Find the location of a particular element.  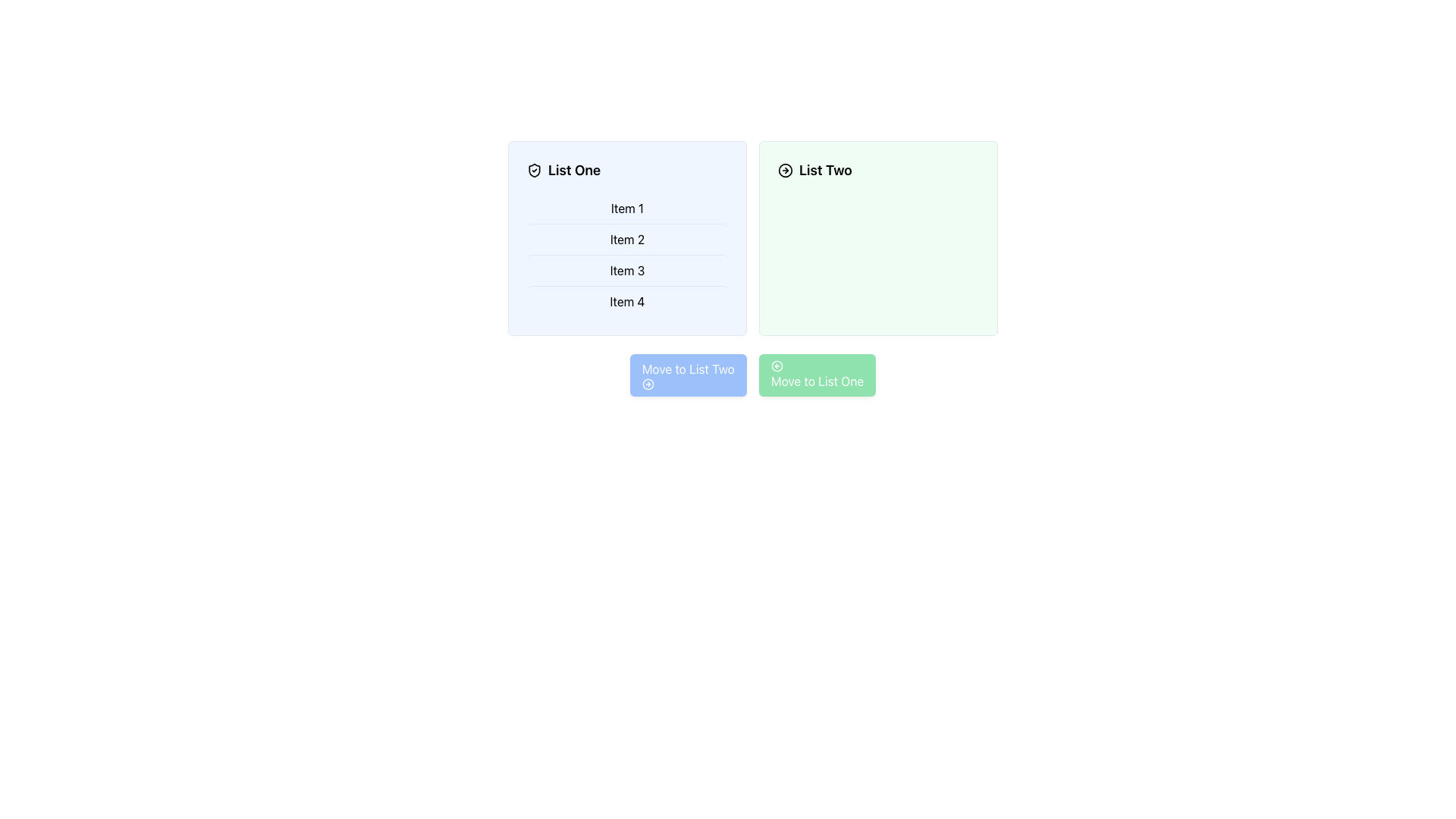

the circular arrow icon located centrally towards the left side of the blue button labeled 'Move to List Two' is located at coordinates (648, 383).